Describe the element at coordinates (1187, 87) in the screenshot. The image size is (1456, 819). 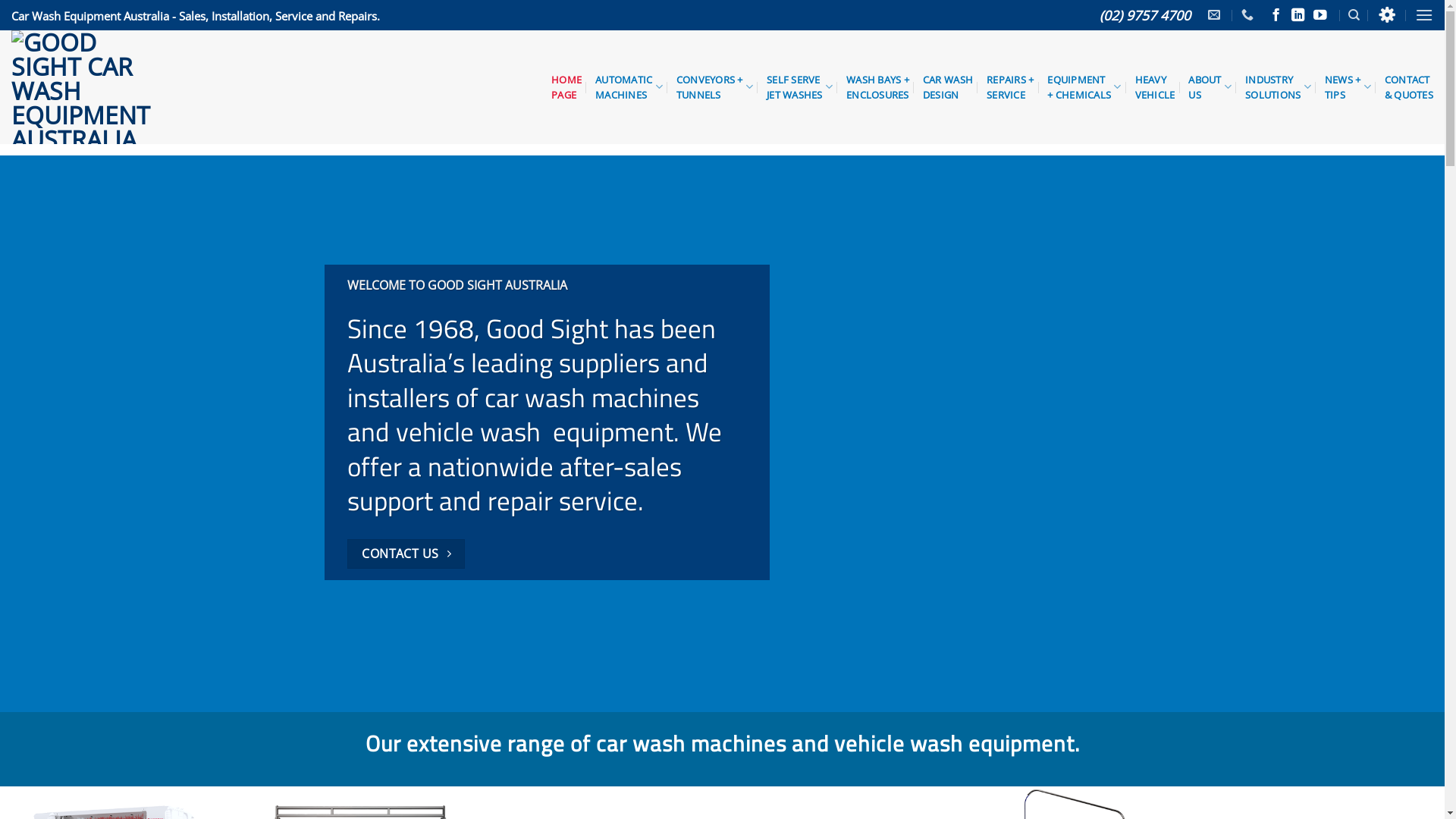
I see `'ABOUT` at that location.